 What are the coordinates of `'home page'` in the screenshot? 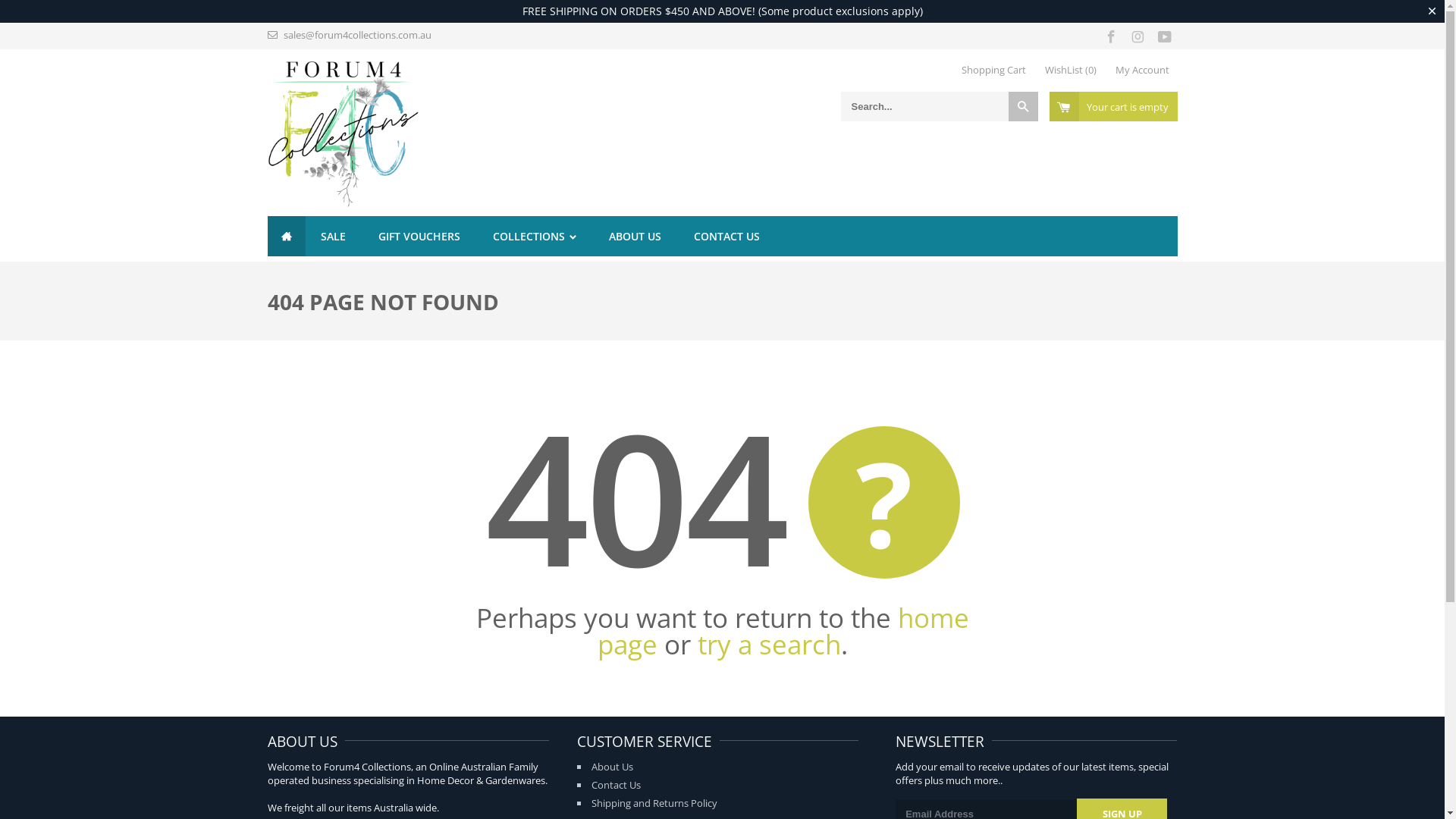 It's located at (783, 631).